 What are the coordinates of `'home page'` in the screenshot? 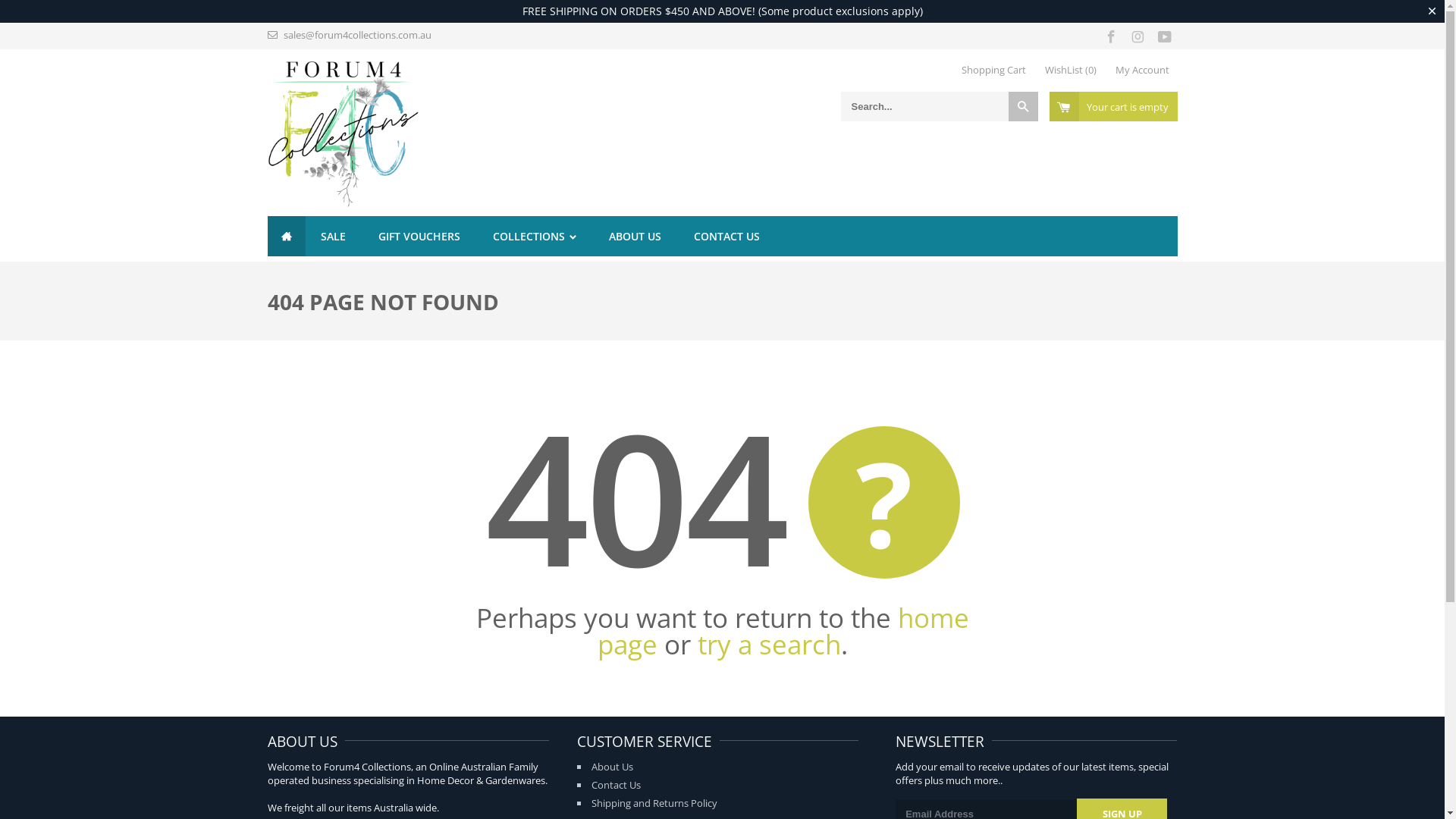 It's located at (783, 631).